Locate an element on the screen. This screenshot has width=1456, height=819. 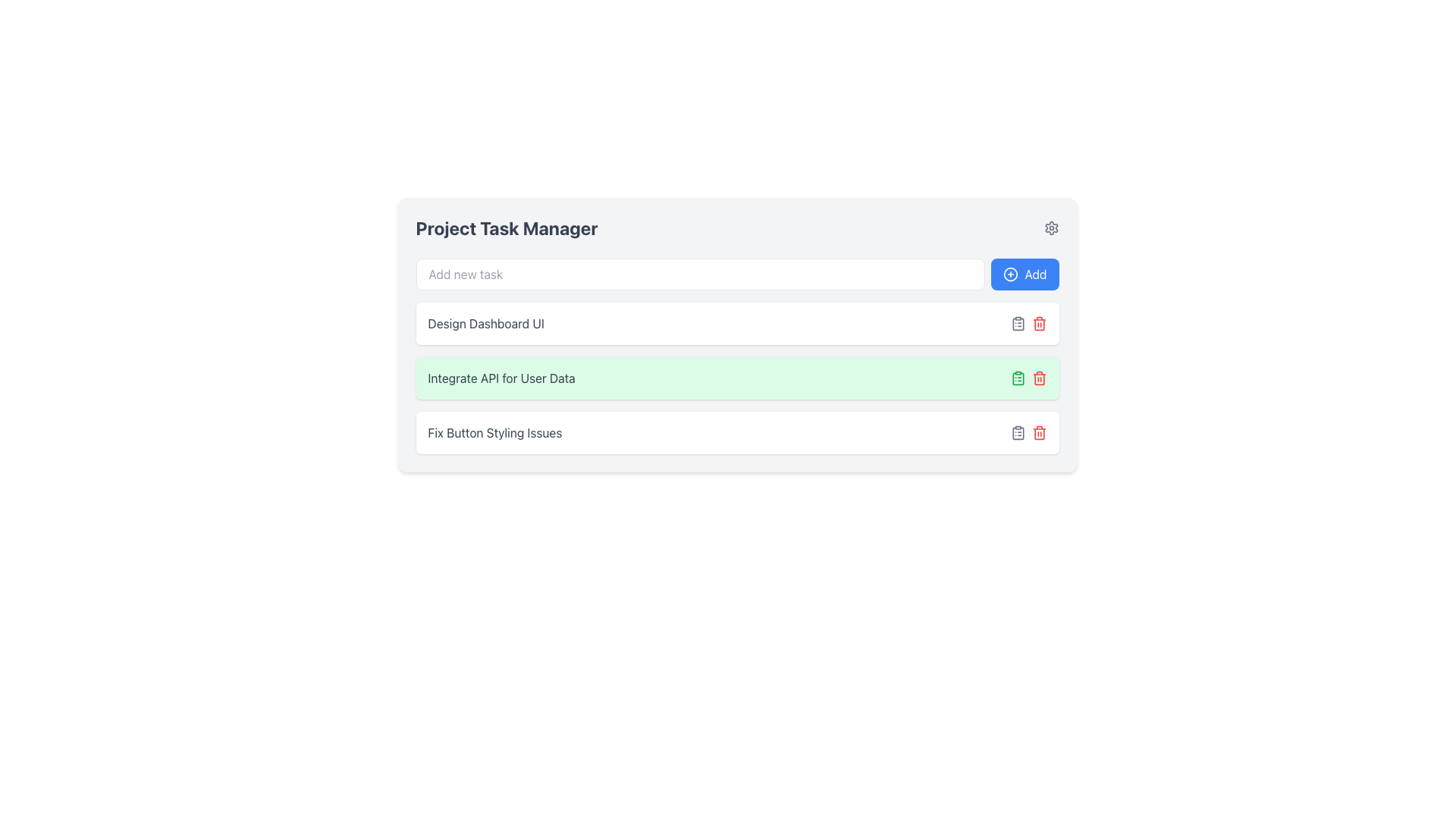
the clipboard icon button is located at coordinates (1018, 377).